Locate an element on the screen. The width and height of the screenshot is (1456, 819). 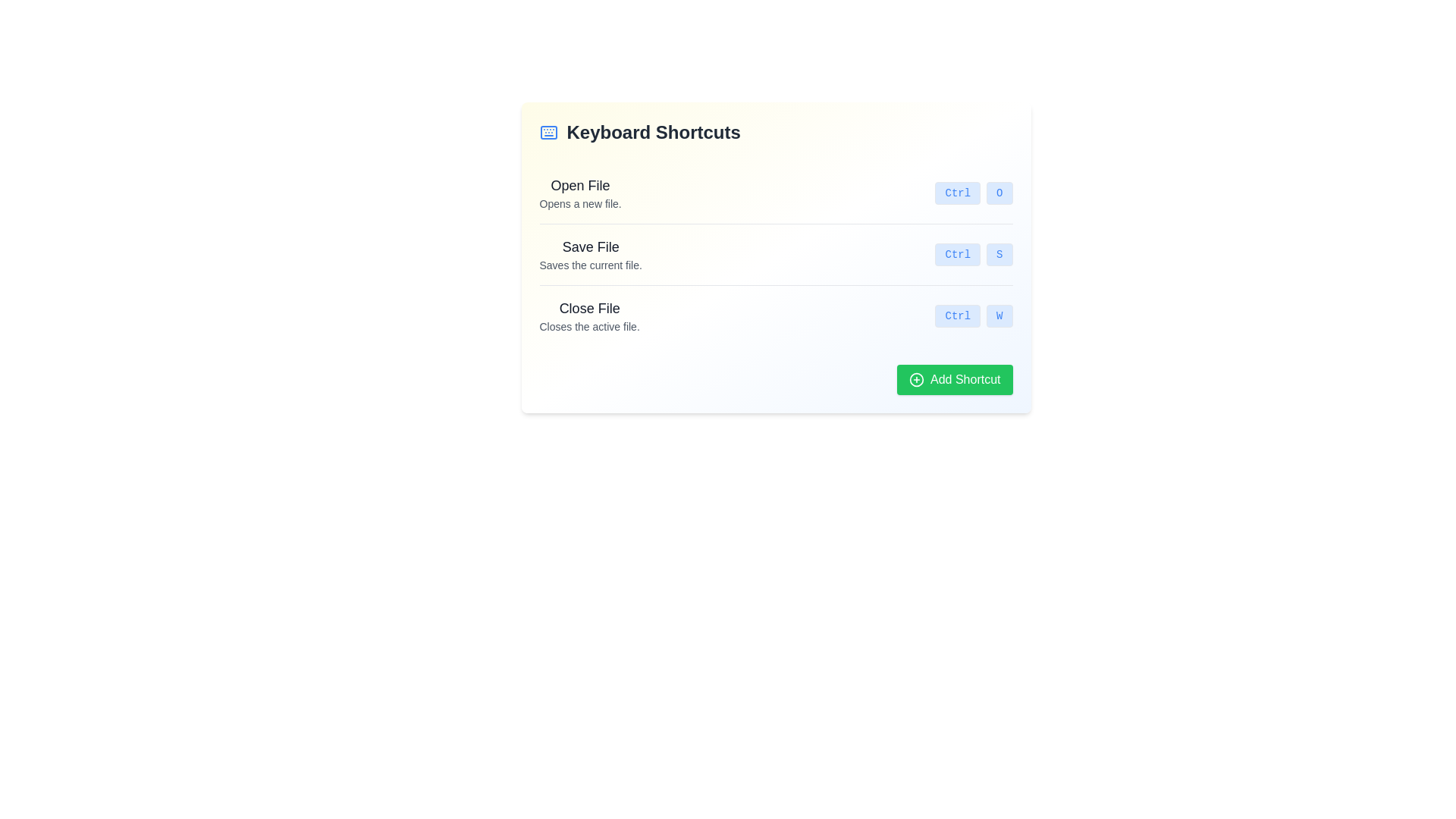
the 'Add Shortcut' button located at the bottom right of the window, which features a circular plus icon is located at coordinates (916, 379).